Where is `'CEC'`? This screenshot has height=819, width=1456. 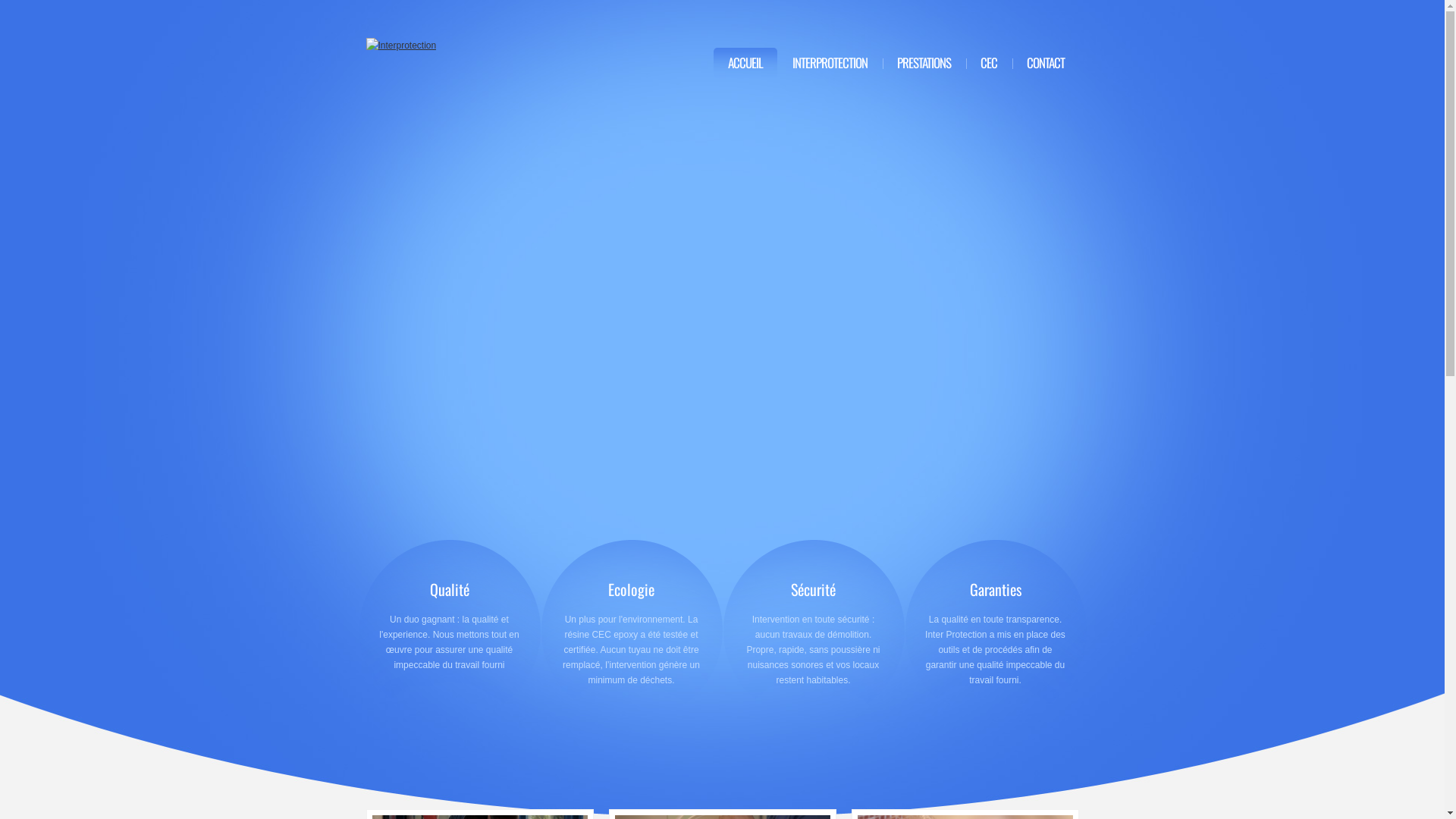 'CEC' is located at coordinates (989, 62).